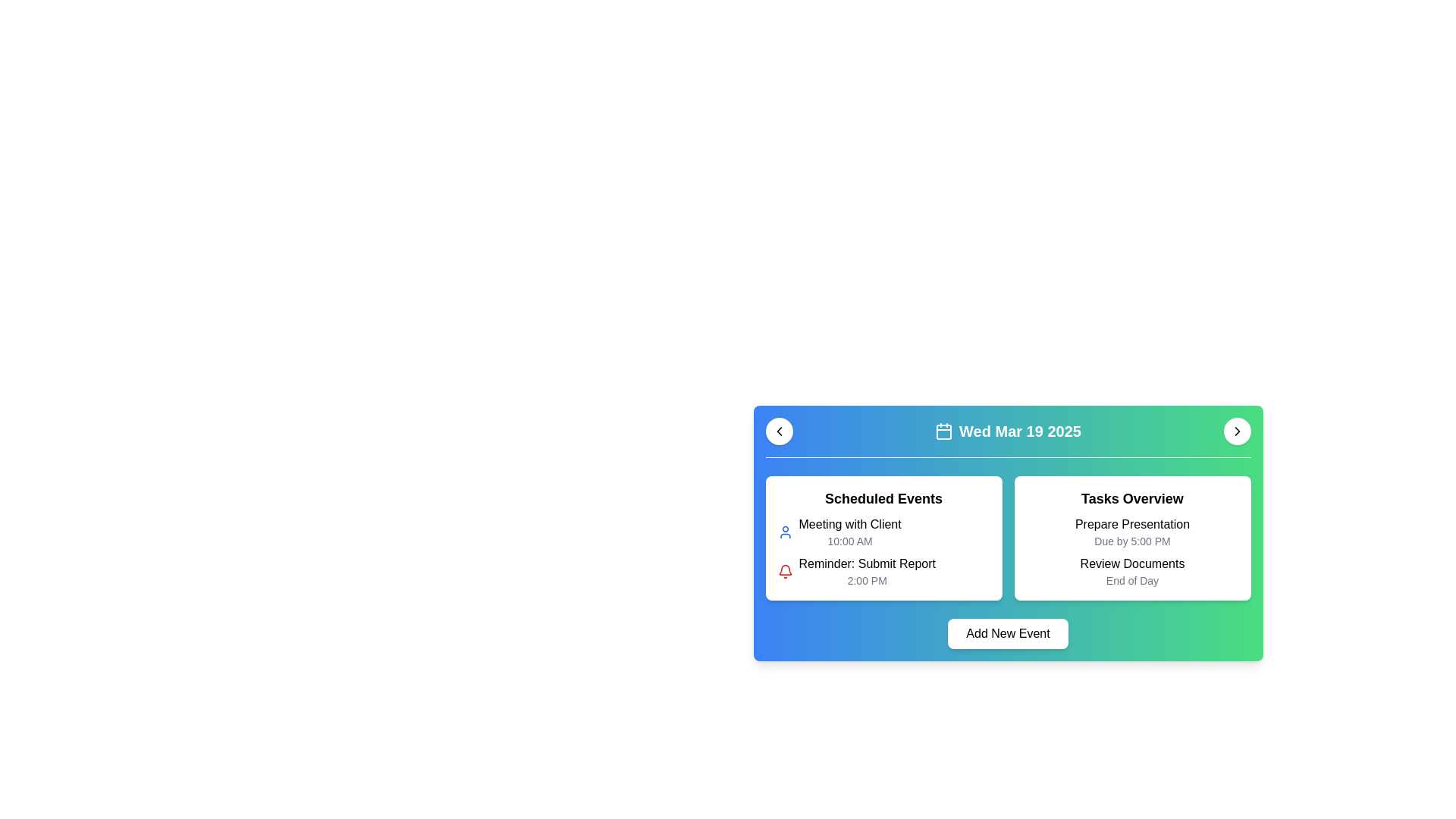 This screenshot has height=819, width=1456. Describe the element at coordinates (1132, 523) in the screenshot. I see `text from the 'Prepare Presentation' title label located in the 'Tasks Overview' panel on the right side of the interface` at that location.